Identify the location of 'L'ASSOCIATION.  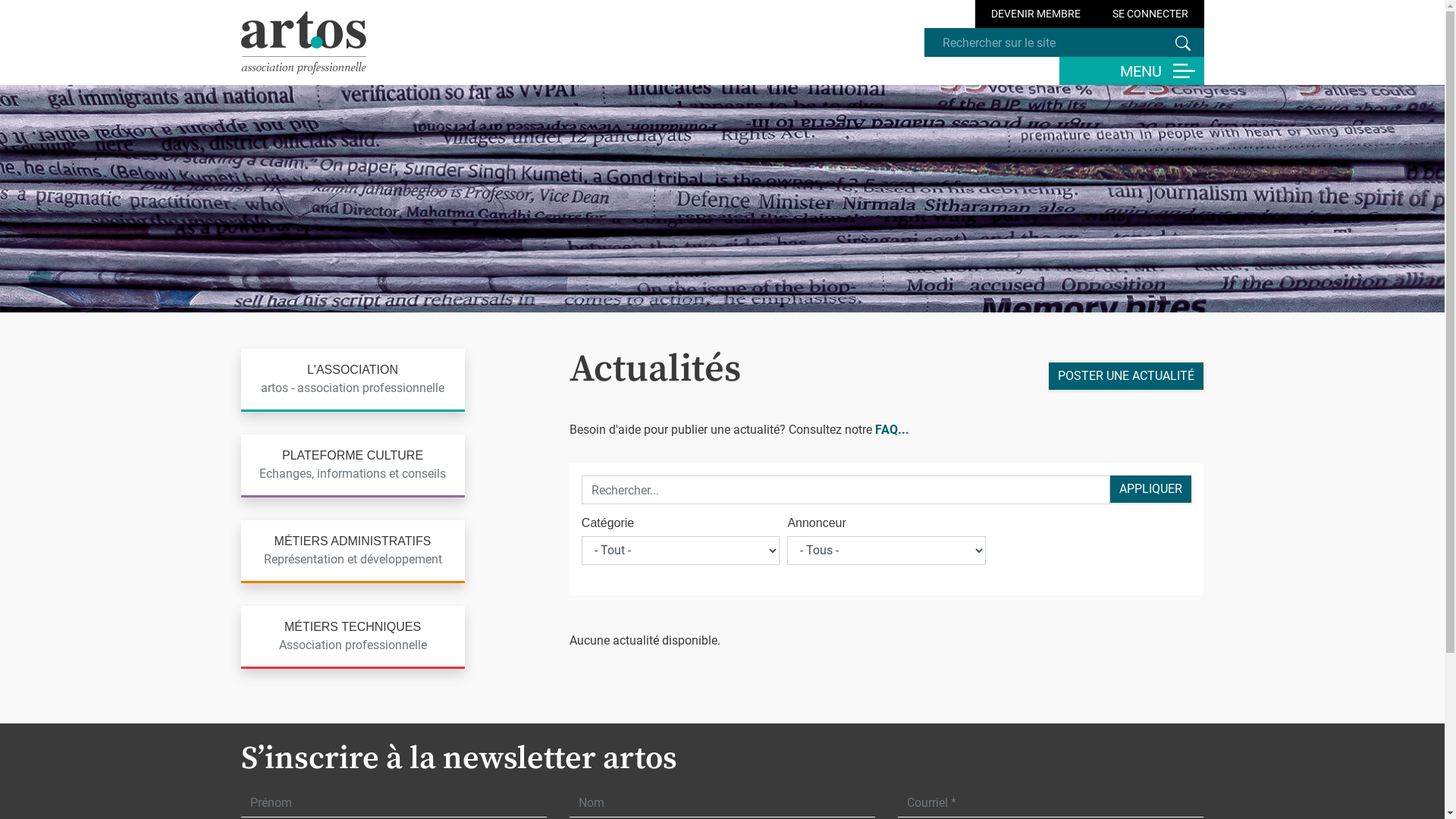
(352, 379).